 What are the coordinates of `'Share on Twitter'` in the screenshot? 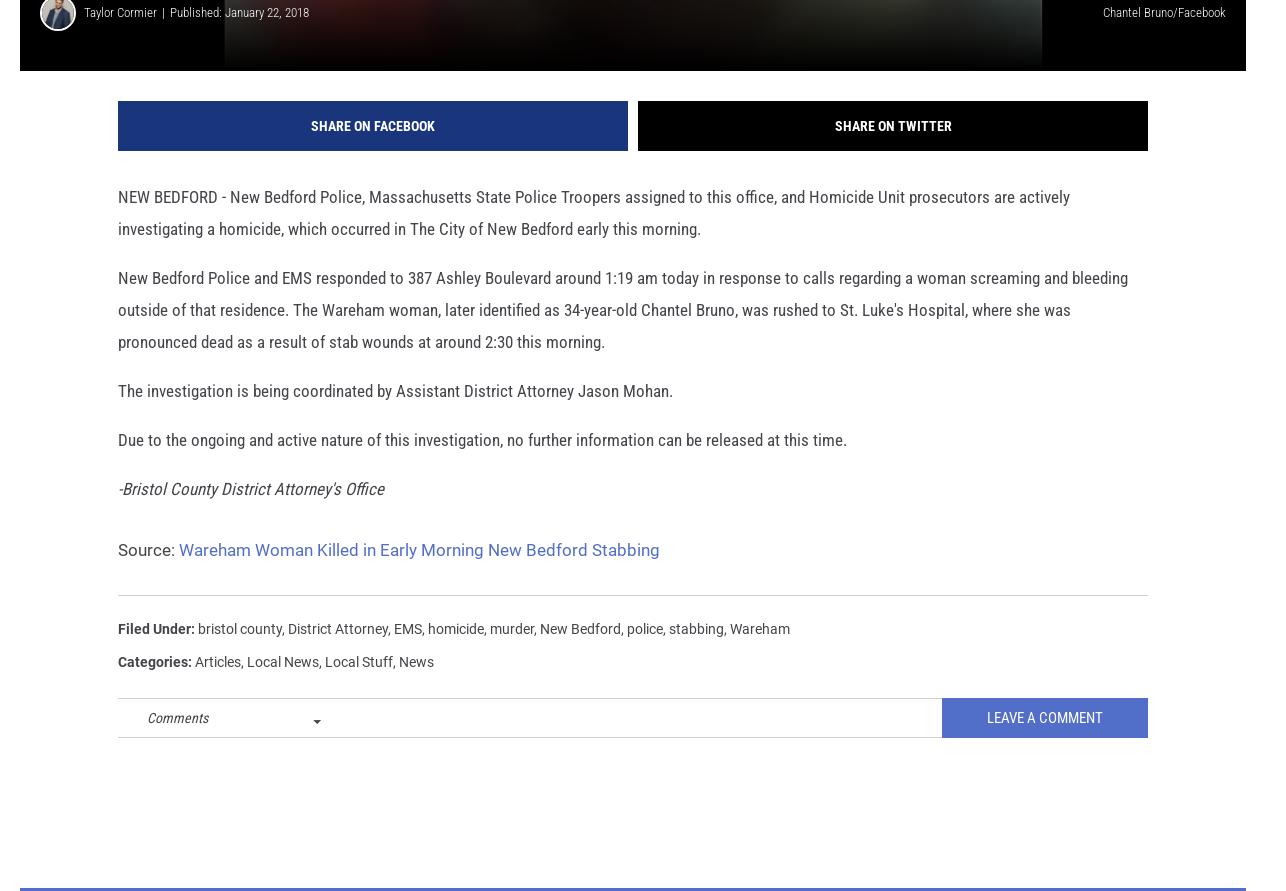 It's located at (833, 151).